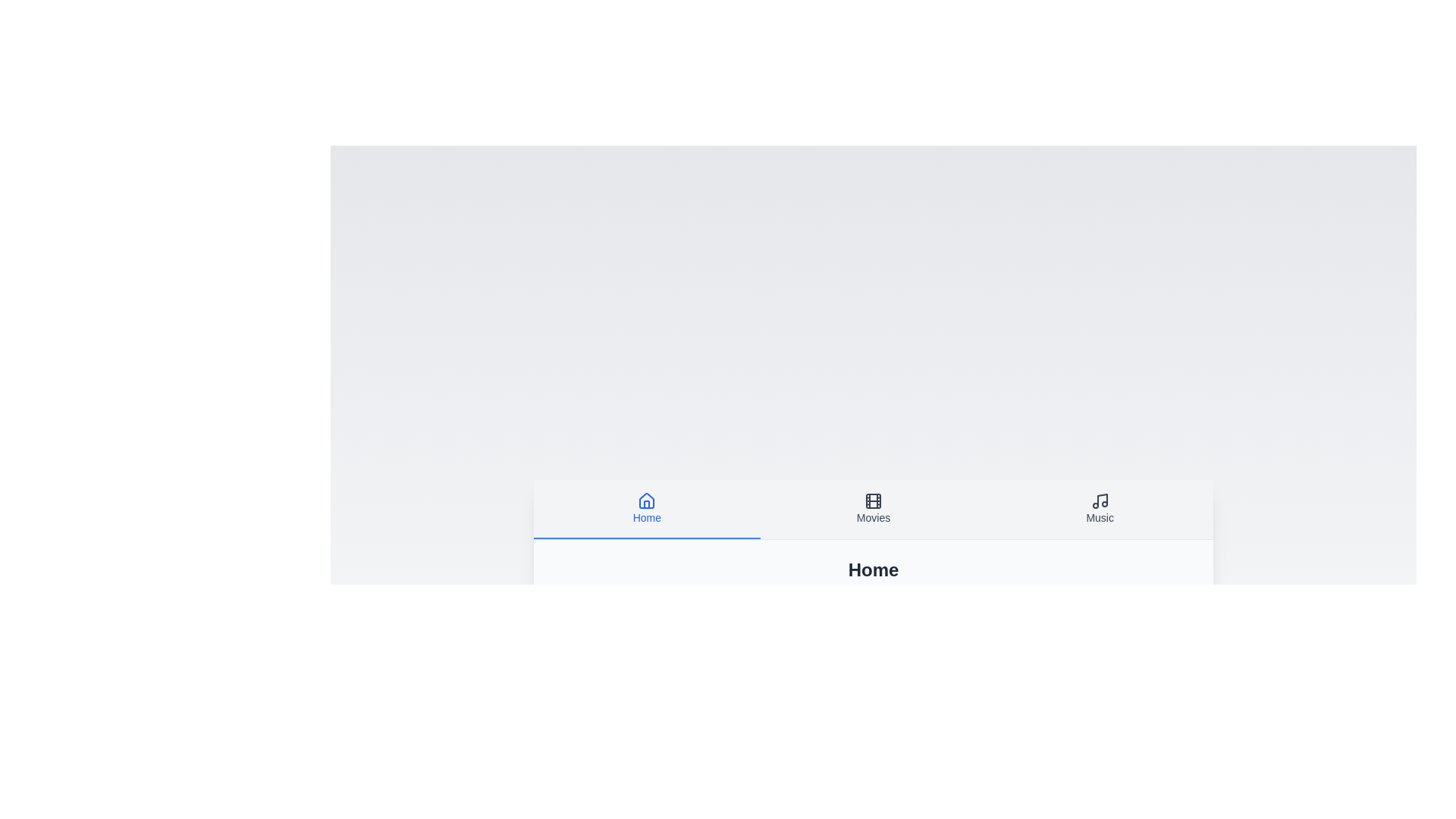 This screenshot has width=1456, height=819. I want to click on the tab labeled Music, so click(1100, 509).